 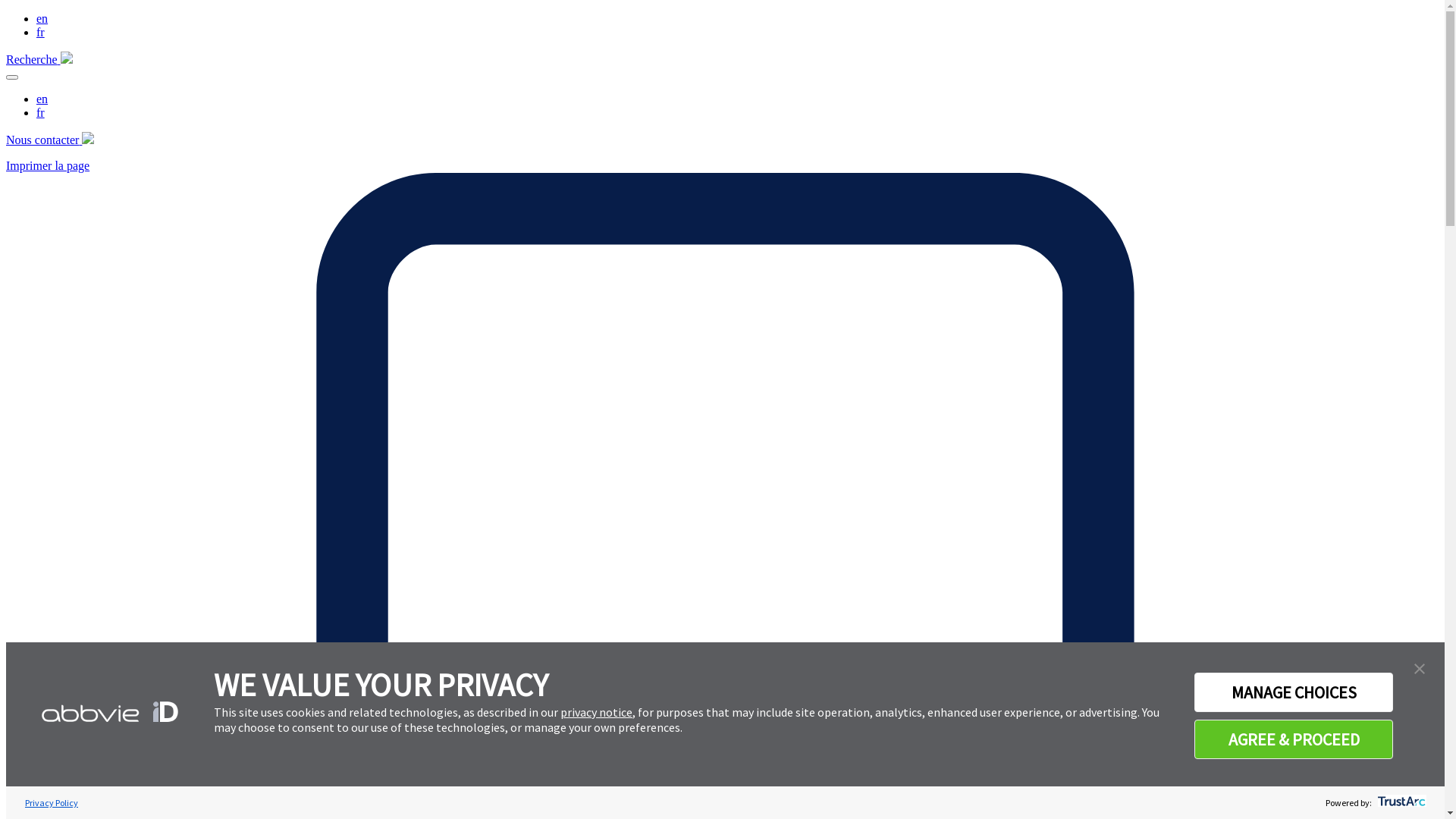 What do you see at coordinates (51, 802) in the screenshot?
I see `'Privacy Policy'` at bounding box center [51, 802].